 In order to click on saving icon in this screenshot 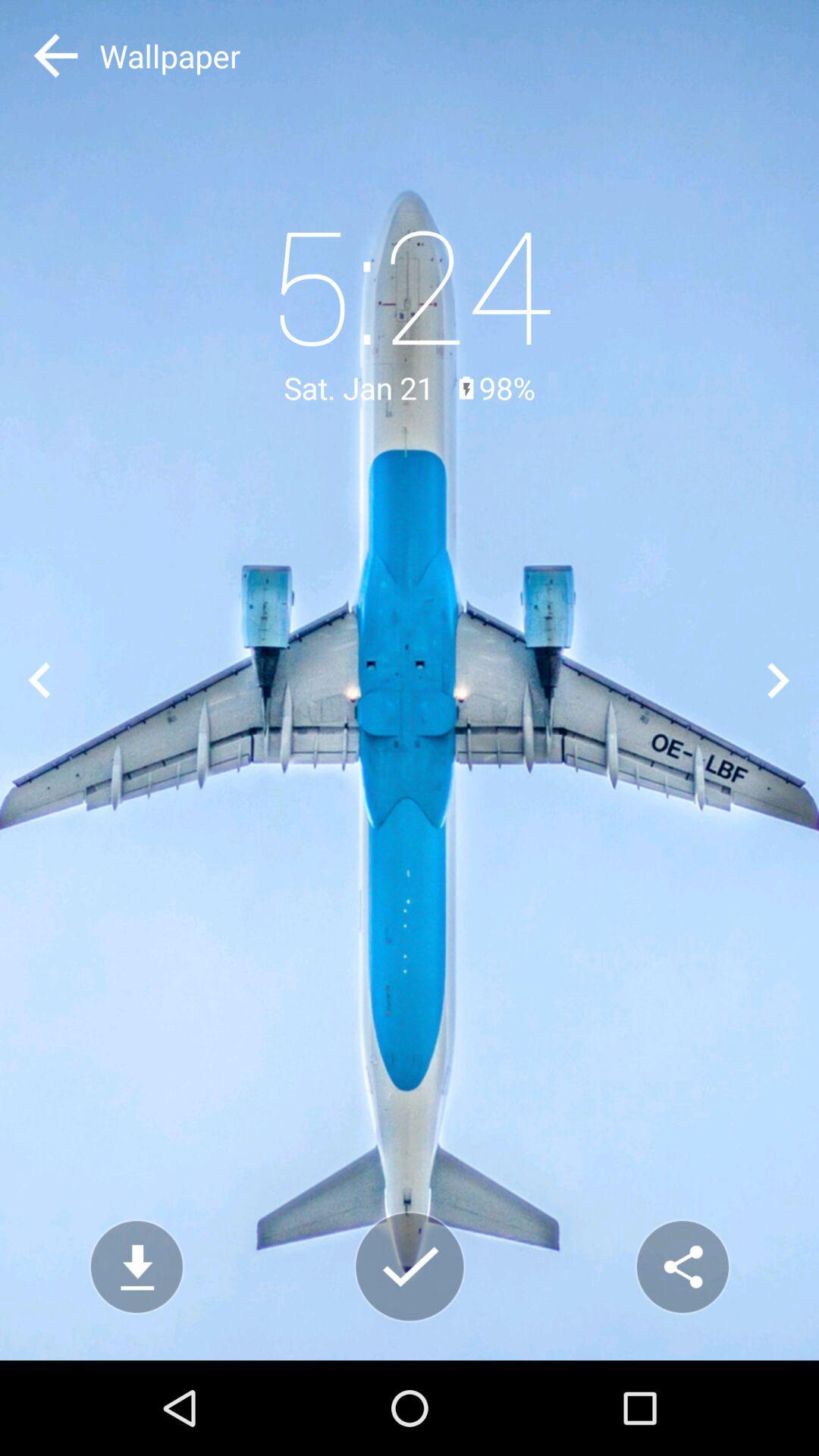, I will do `click(409, 1266)`.